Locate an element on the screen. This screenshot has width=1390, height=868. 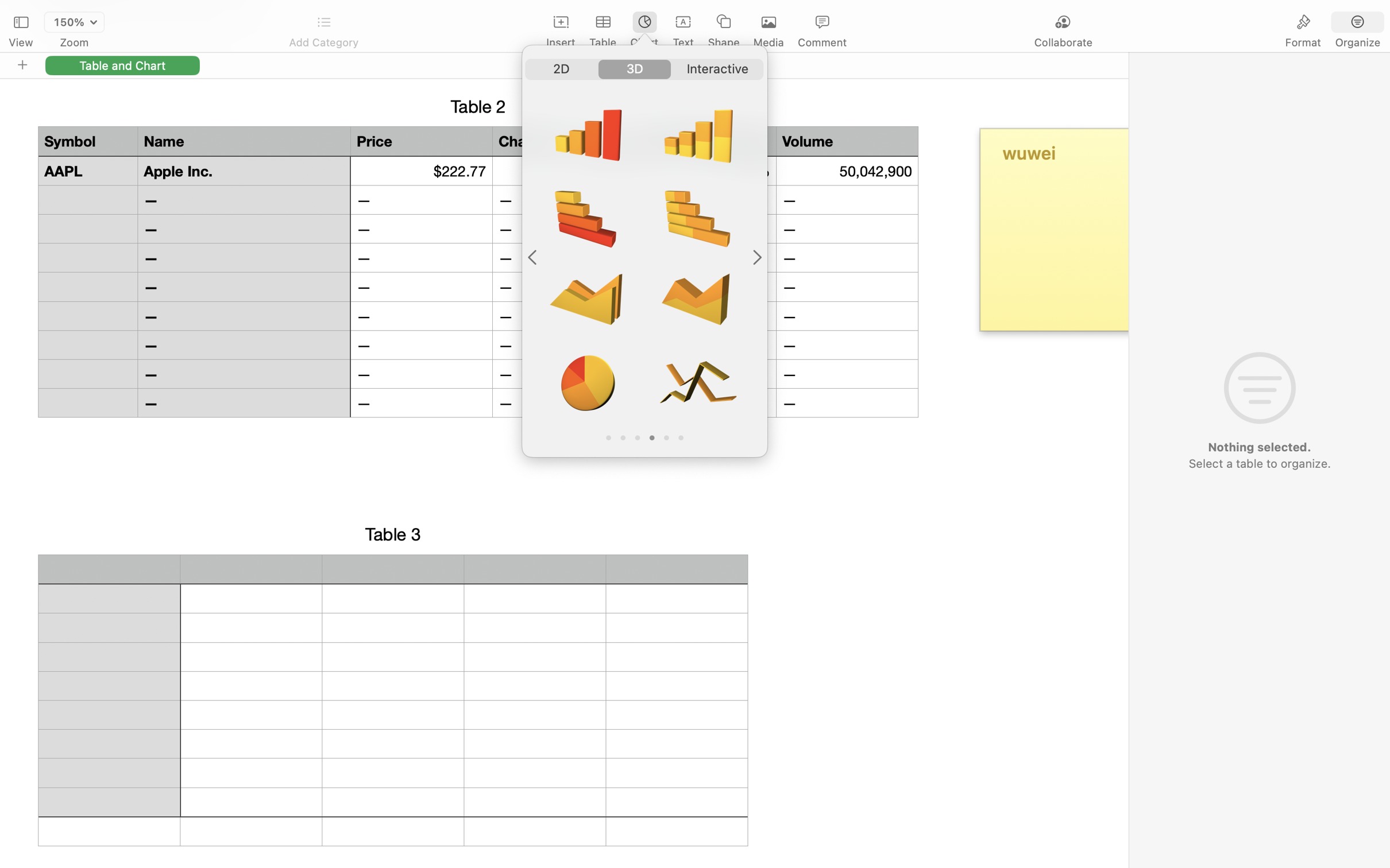
'View' is located at coordinates (20, 42).